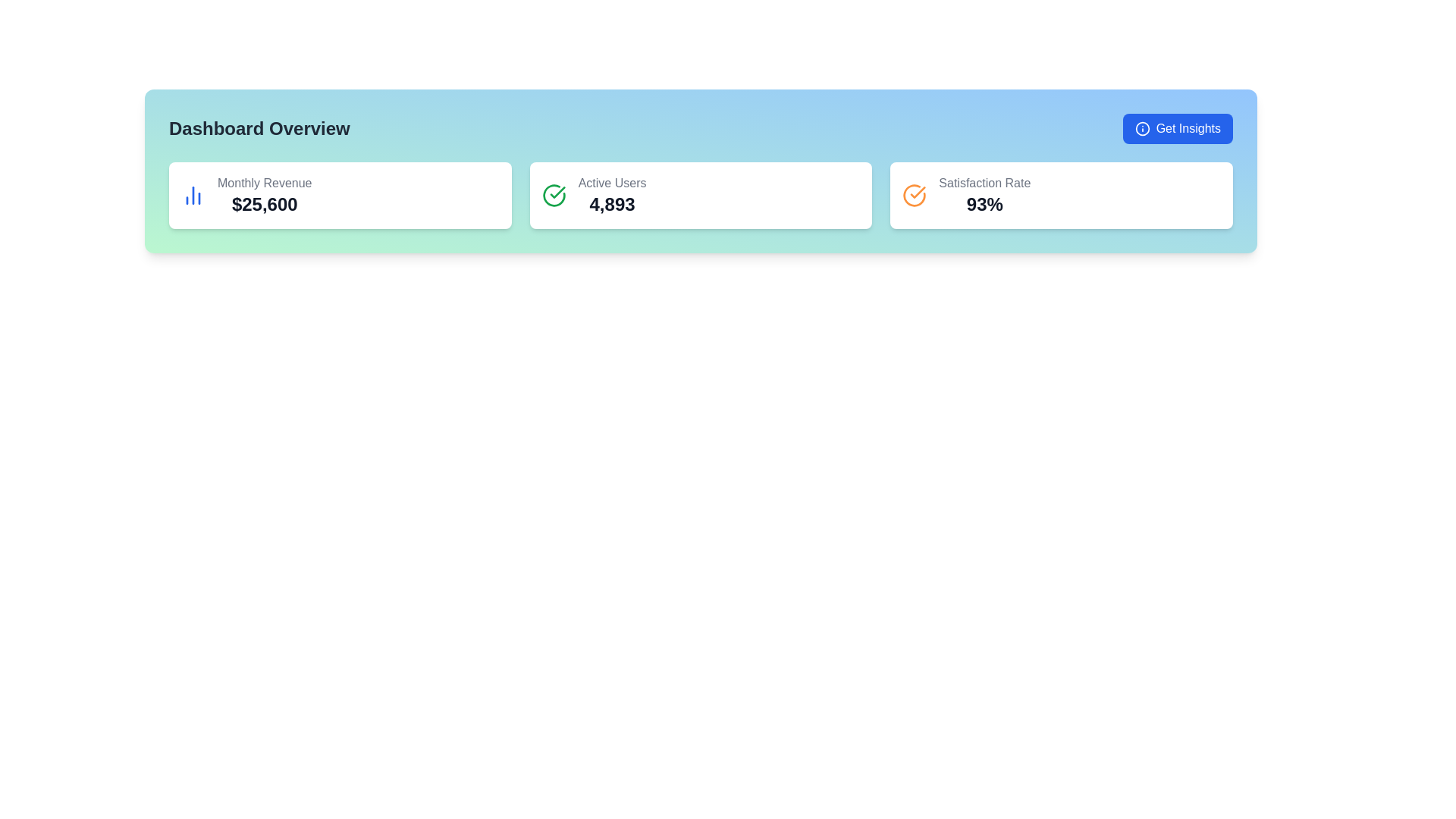 The width and height of the screenshot is (1456, 819). I want to click on the monthly revenue metric information card displayed on the dashboard overview, which shows '$25,600' and is the first card in a grid layout, so click(339, 195).